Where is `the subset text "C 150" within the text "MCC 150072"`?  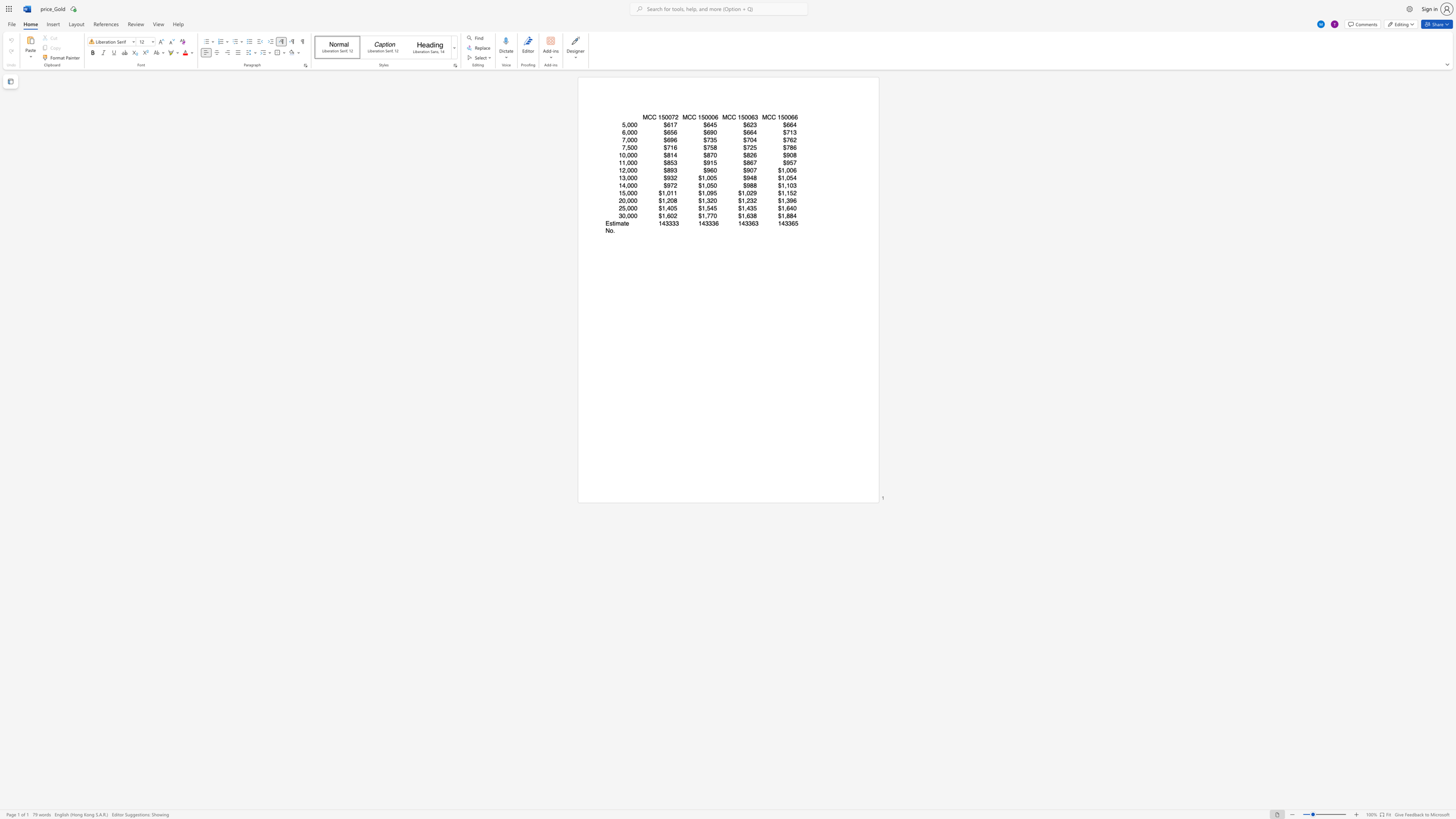 the subset text "C 150" within the text "MCC 150072" is located at coordinates (651, 117).